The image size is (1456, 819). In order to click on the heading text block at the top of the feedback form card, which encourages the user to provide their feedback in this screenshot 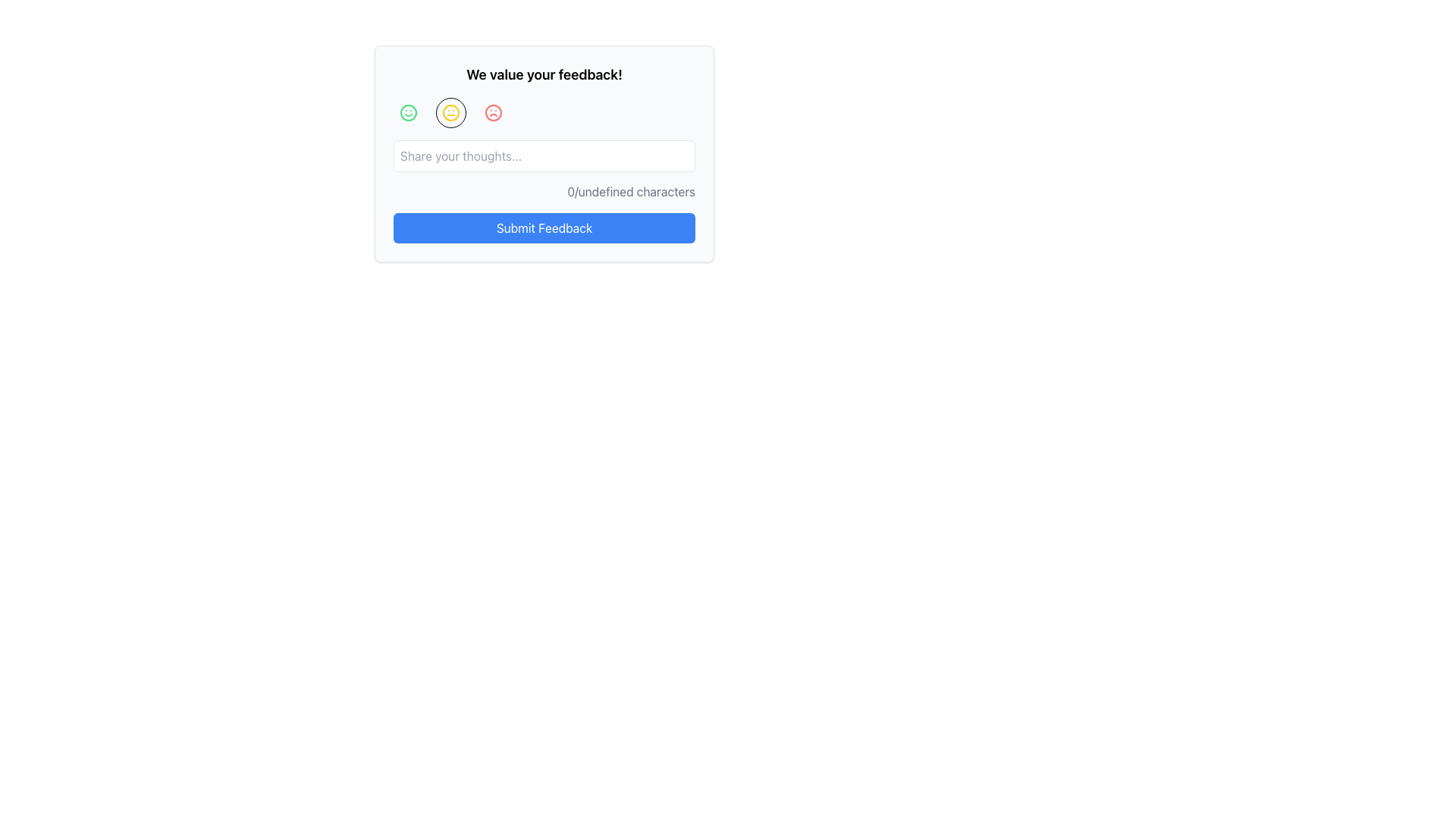, I will do `click(544, 75)`.